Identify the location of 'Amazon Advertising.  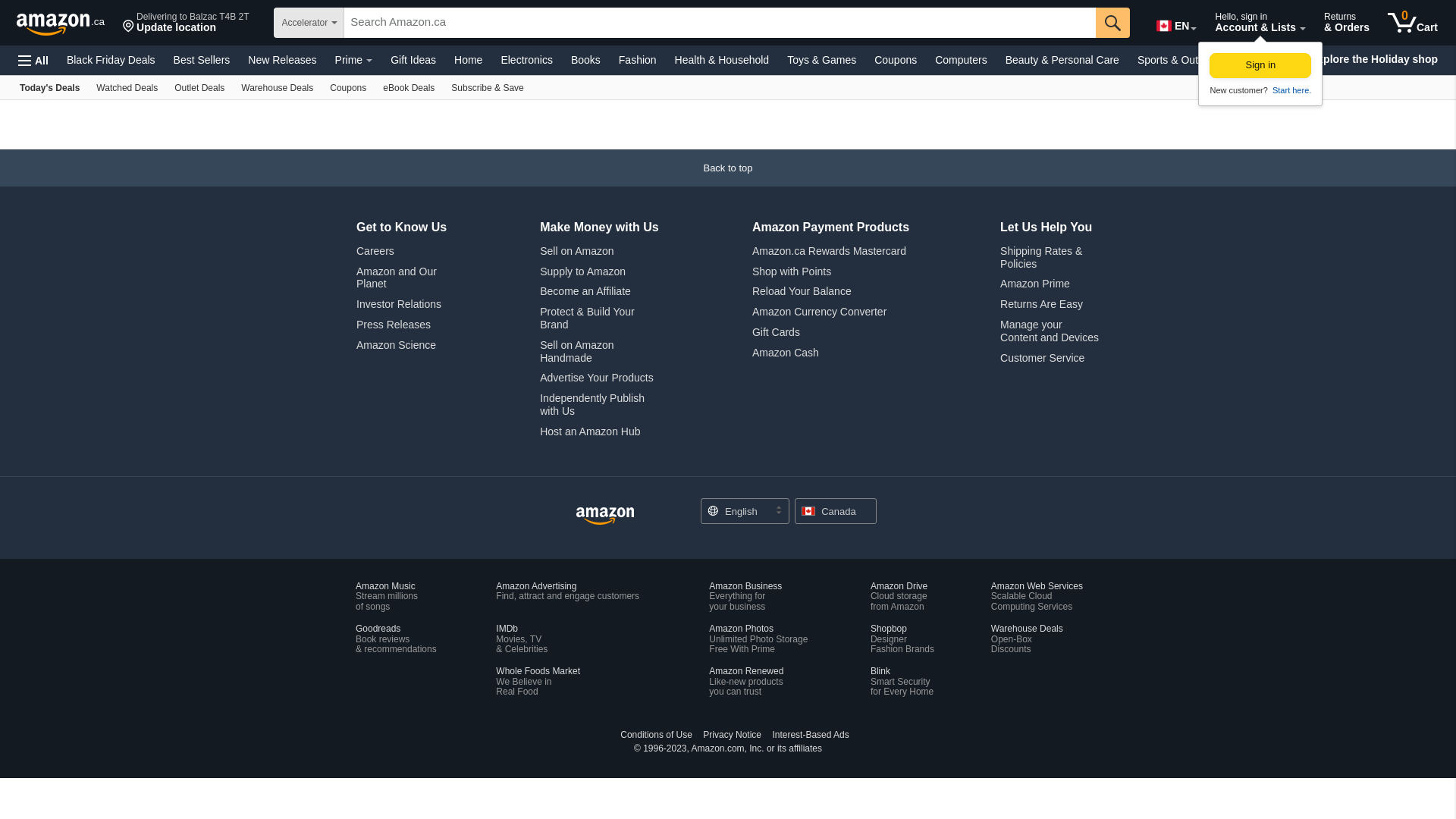
(566, 590).